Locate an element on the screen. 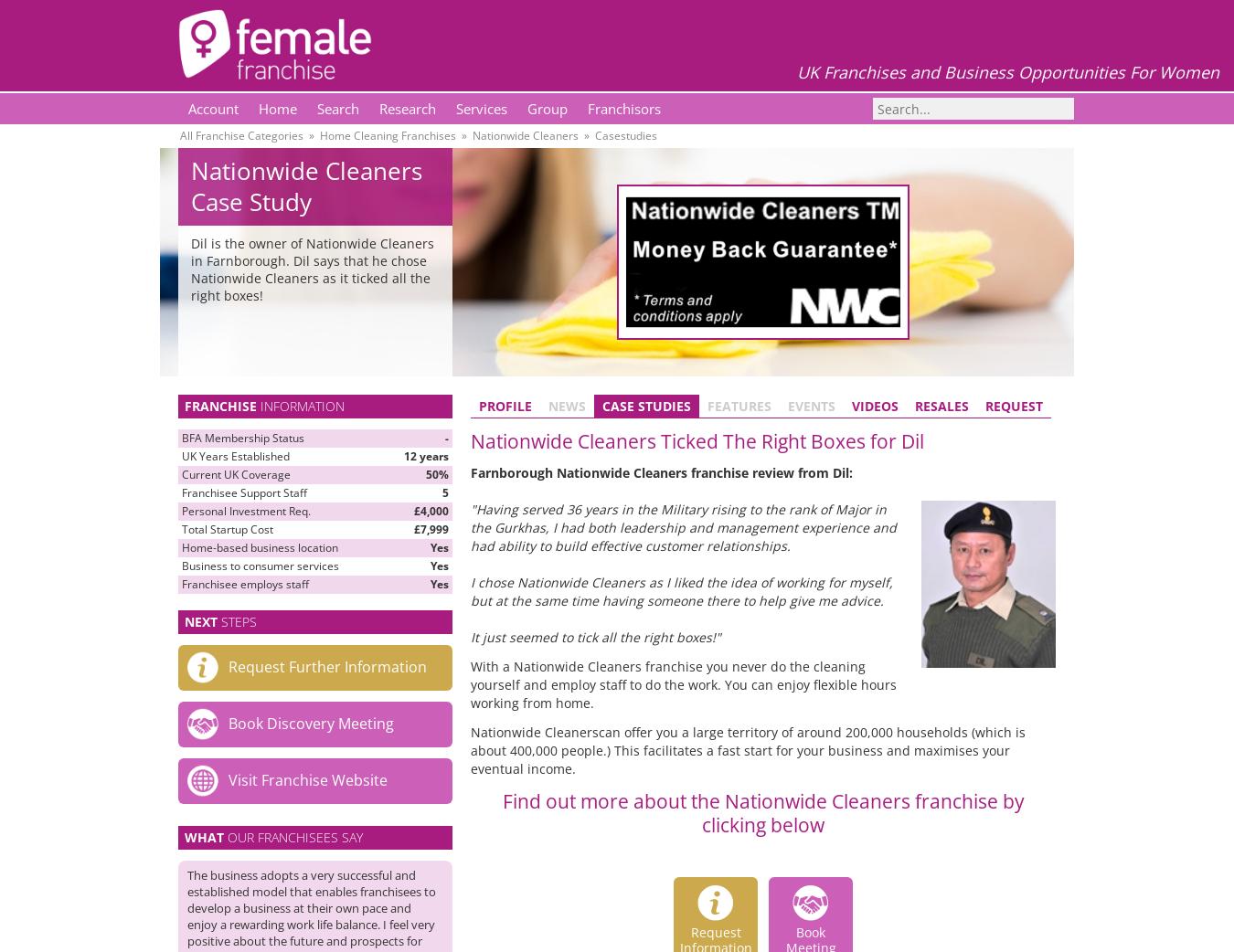 The height and width of the screenshot is (952, 1234). 'Franchisors' is located at coordinates (588, 108).